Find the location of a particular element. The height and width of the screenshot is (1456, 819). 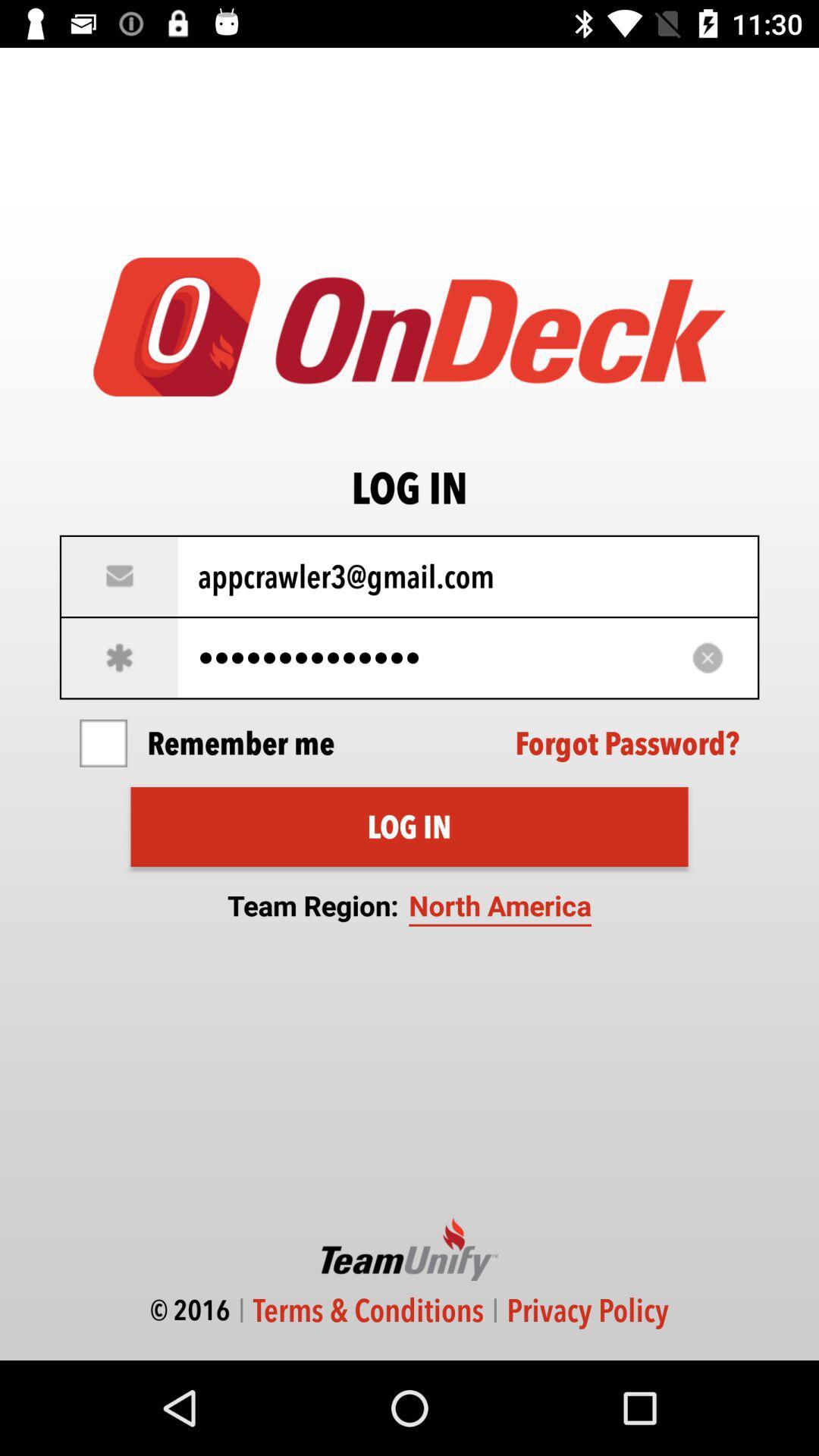

the privacy policy item is located at coordinates (587, 1310).